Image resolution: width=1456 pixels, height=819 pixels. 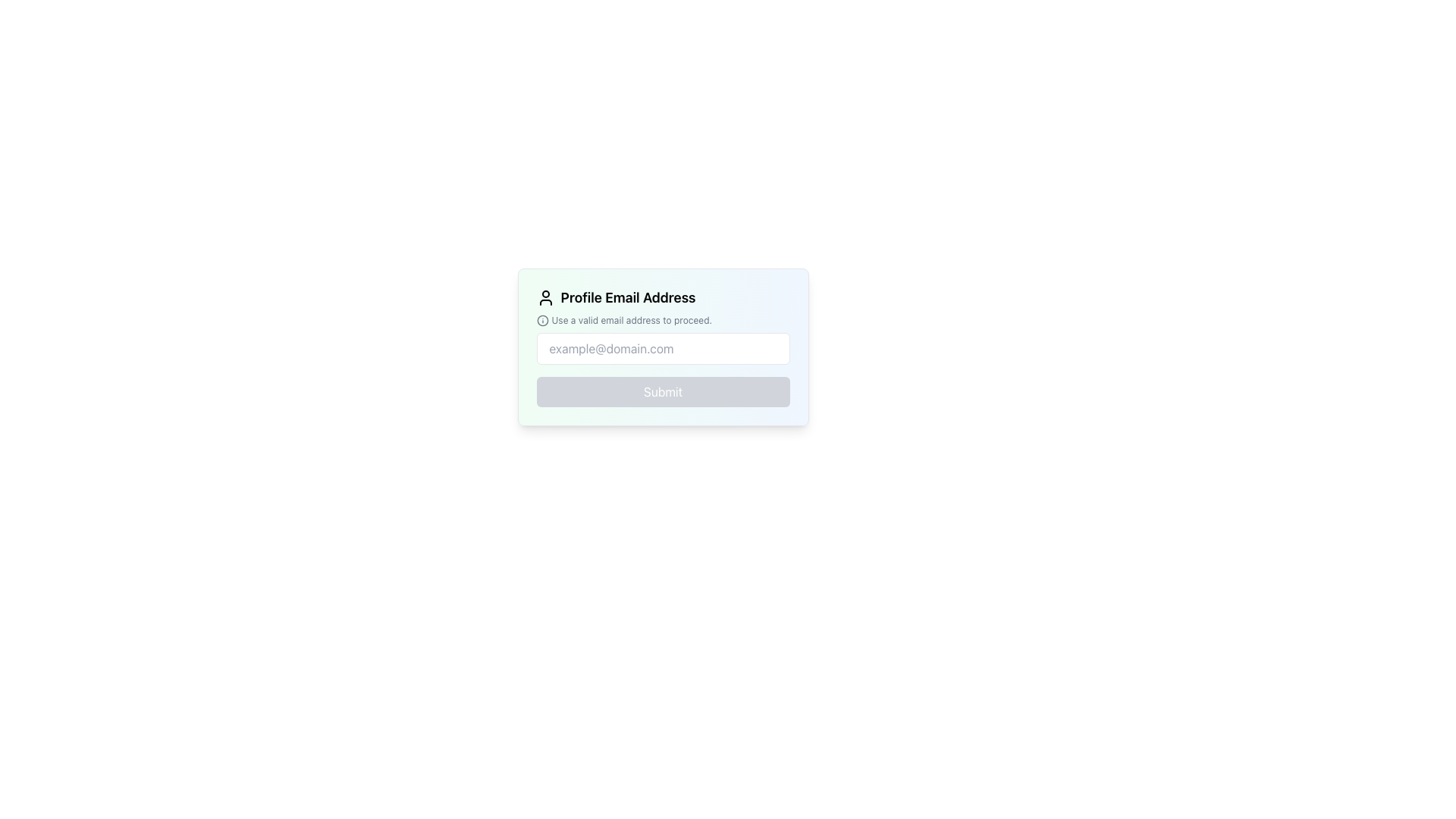 I want to click on the circular graphical icon element, which is part of an SVG graphic and positioned to the left of the text 'Profile Email Address', so click(x=542, y=320).